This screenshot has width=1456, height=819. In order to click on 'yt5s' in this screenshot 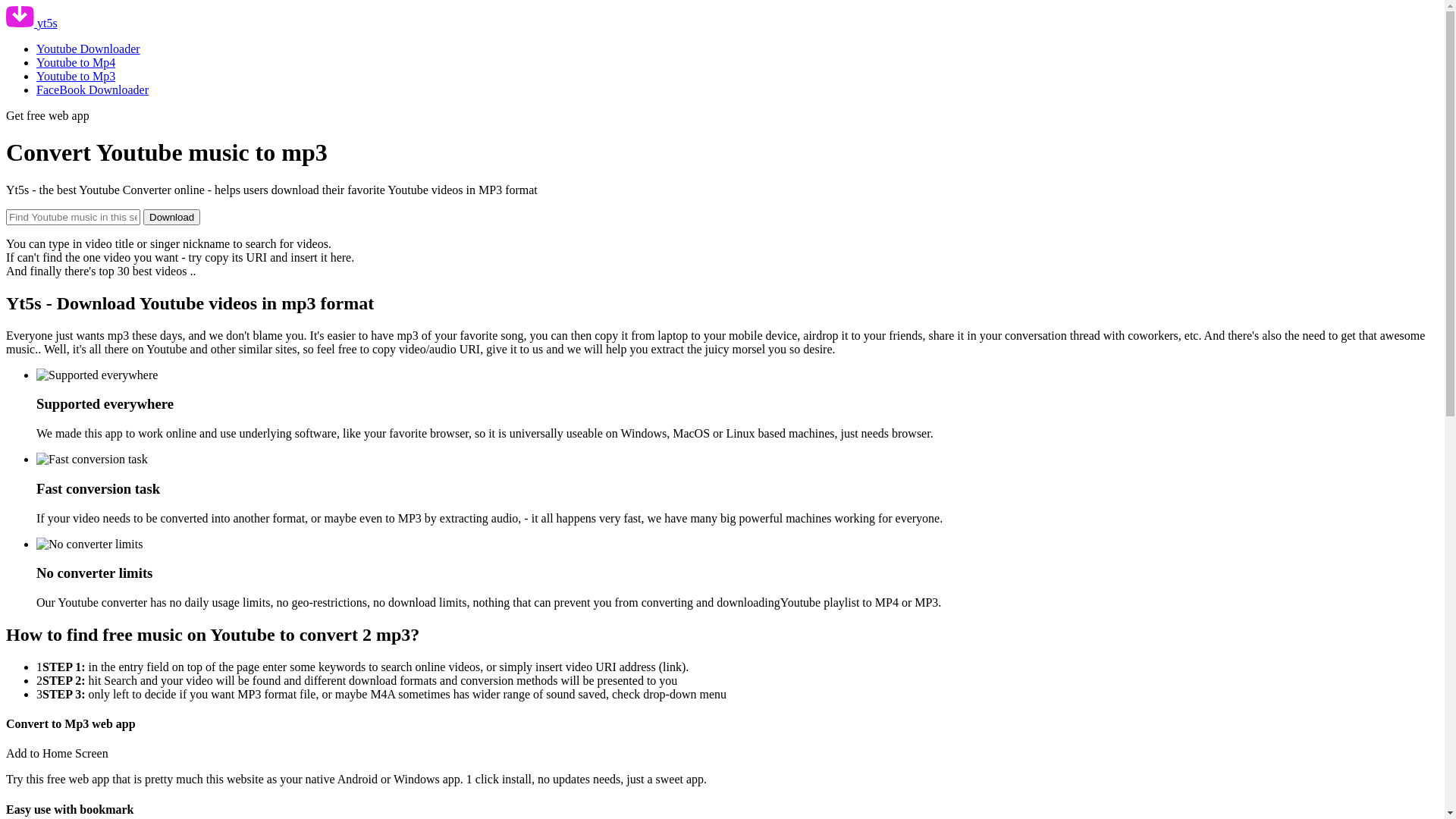, I will do `click(6, 23)`.